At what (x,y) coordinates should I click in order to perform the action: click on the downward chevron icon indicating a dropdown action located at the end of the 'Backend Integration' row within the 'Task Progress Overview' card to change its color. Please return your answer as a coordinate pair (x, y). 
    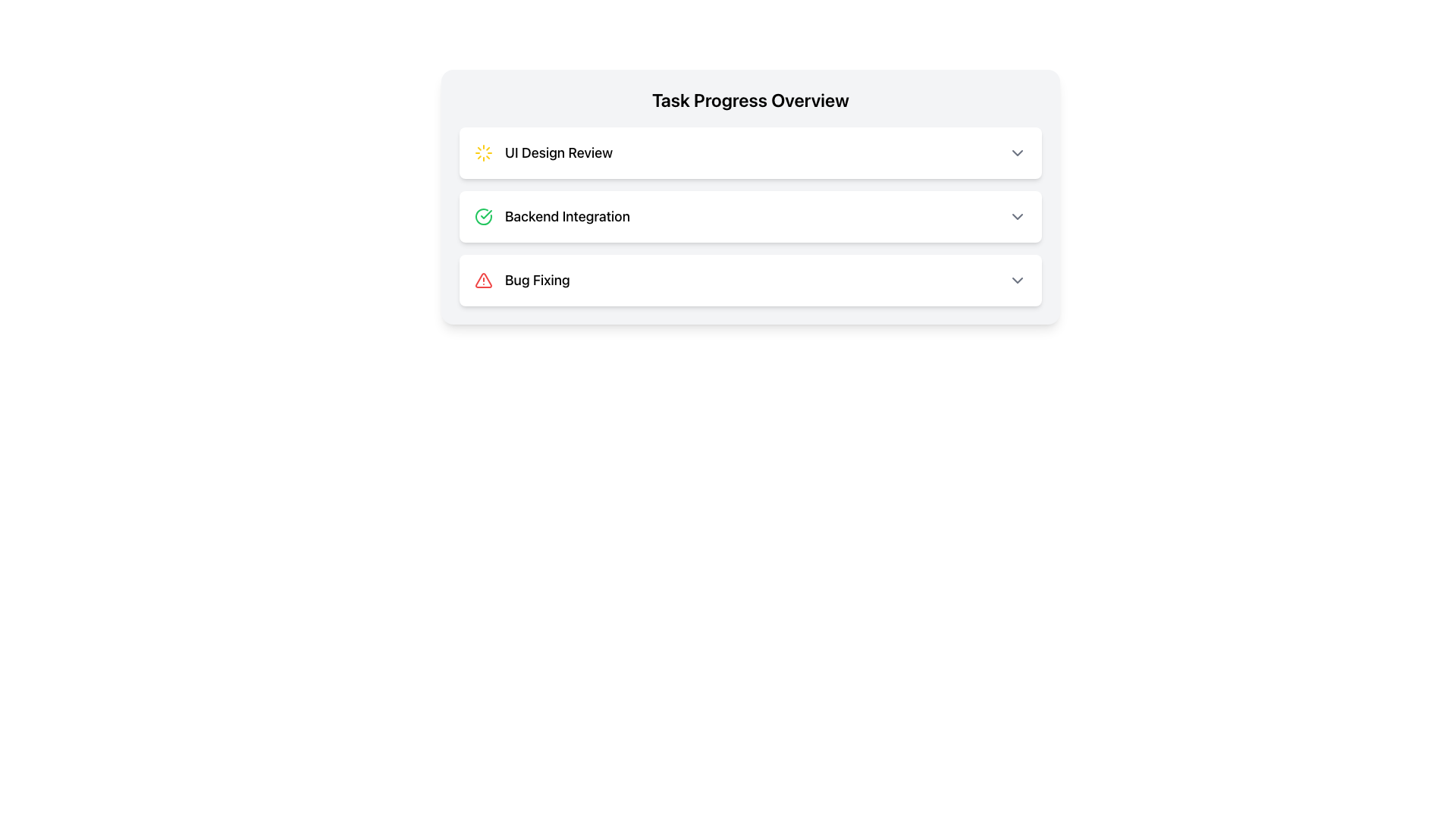
    Looking at the image, I should click on (1018, 216).